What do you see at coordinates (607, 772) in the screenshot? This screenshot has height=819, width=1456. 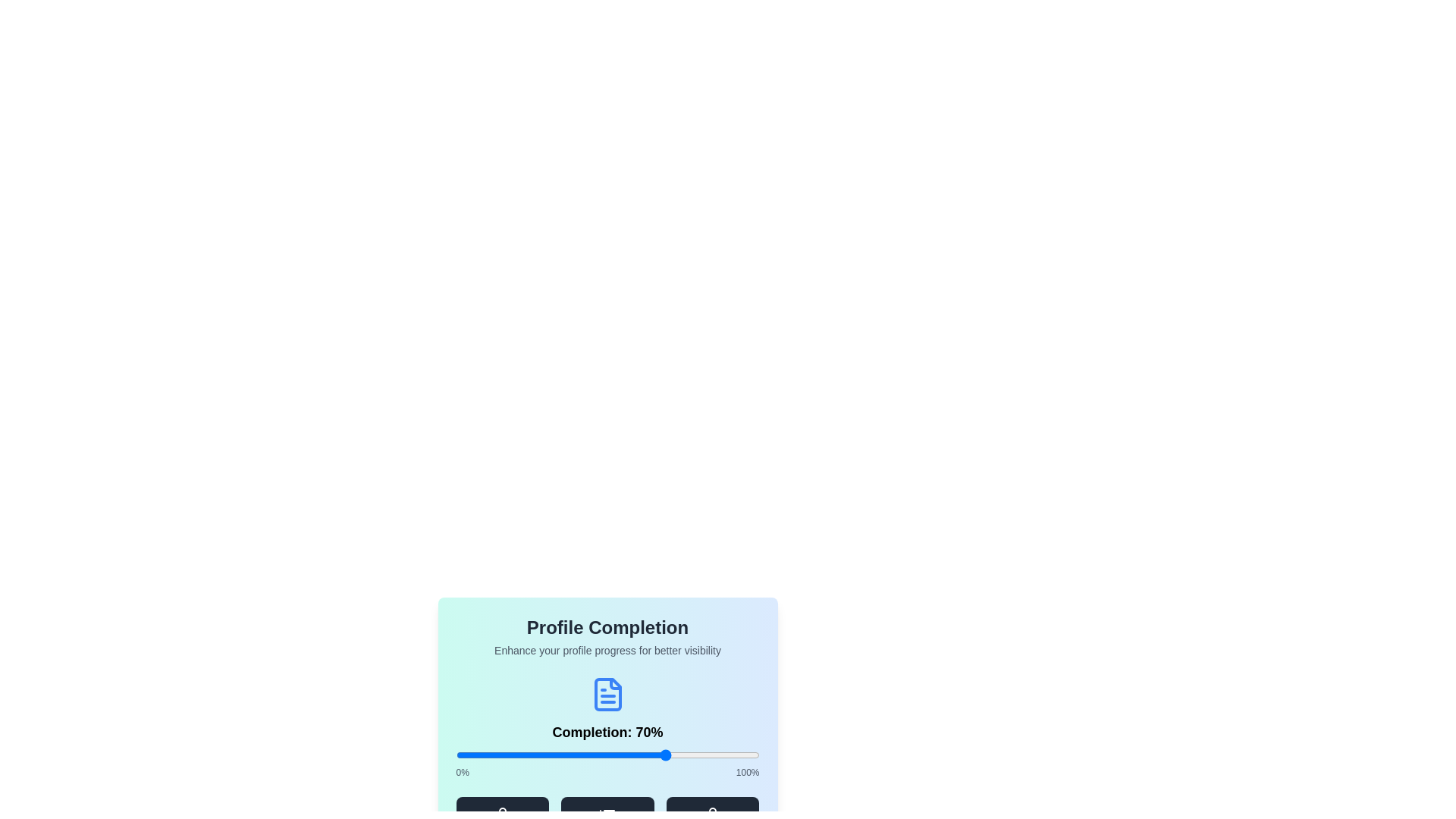 I see `values '0%' and '100%' displayed under the slider bar in the 'Completion: 70%' section to understand the slider range` at bounding box center [607, 772].